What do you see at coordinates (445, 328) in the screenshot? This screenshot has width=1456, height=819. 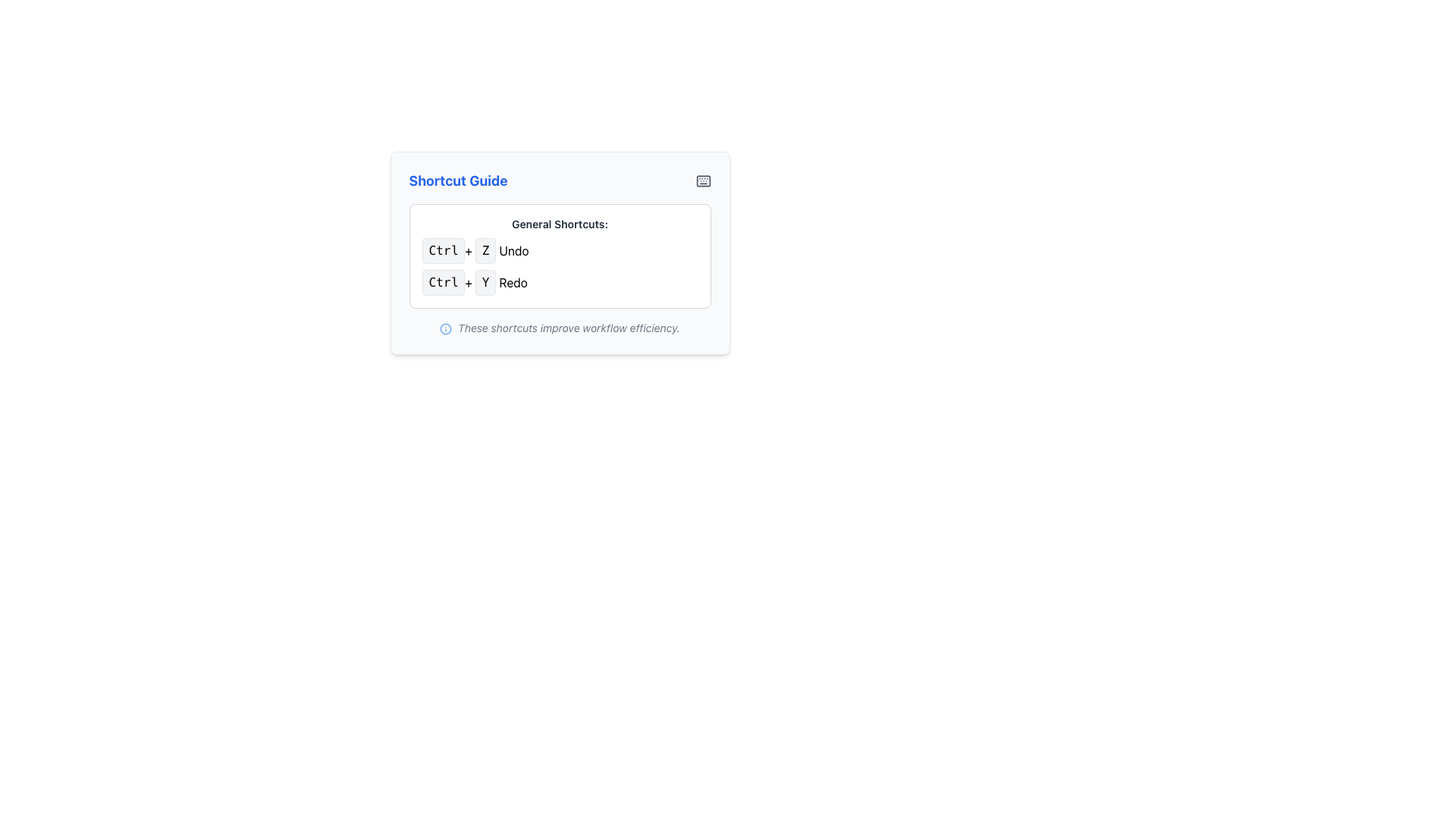 I see `the central circle SVG element located within the top-right icon of the rectangular panel` at bounding box center [445, 328].